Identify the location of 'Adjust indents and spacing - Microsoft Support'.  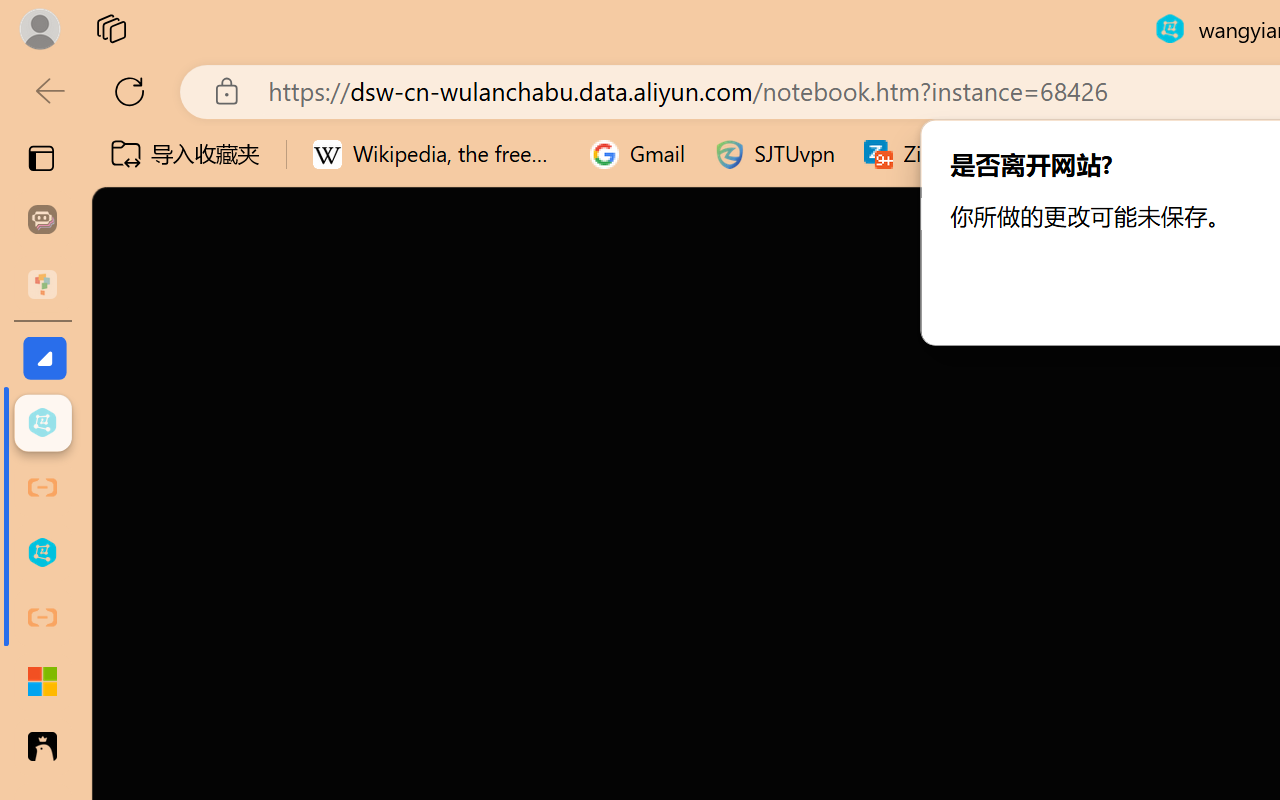
(42, 682).